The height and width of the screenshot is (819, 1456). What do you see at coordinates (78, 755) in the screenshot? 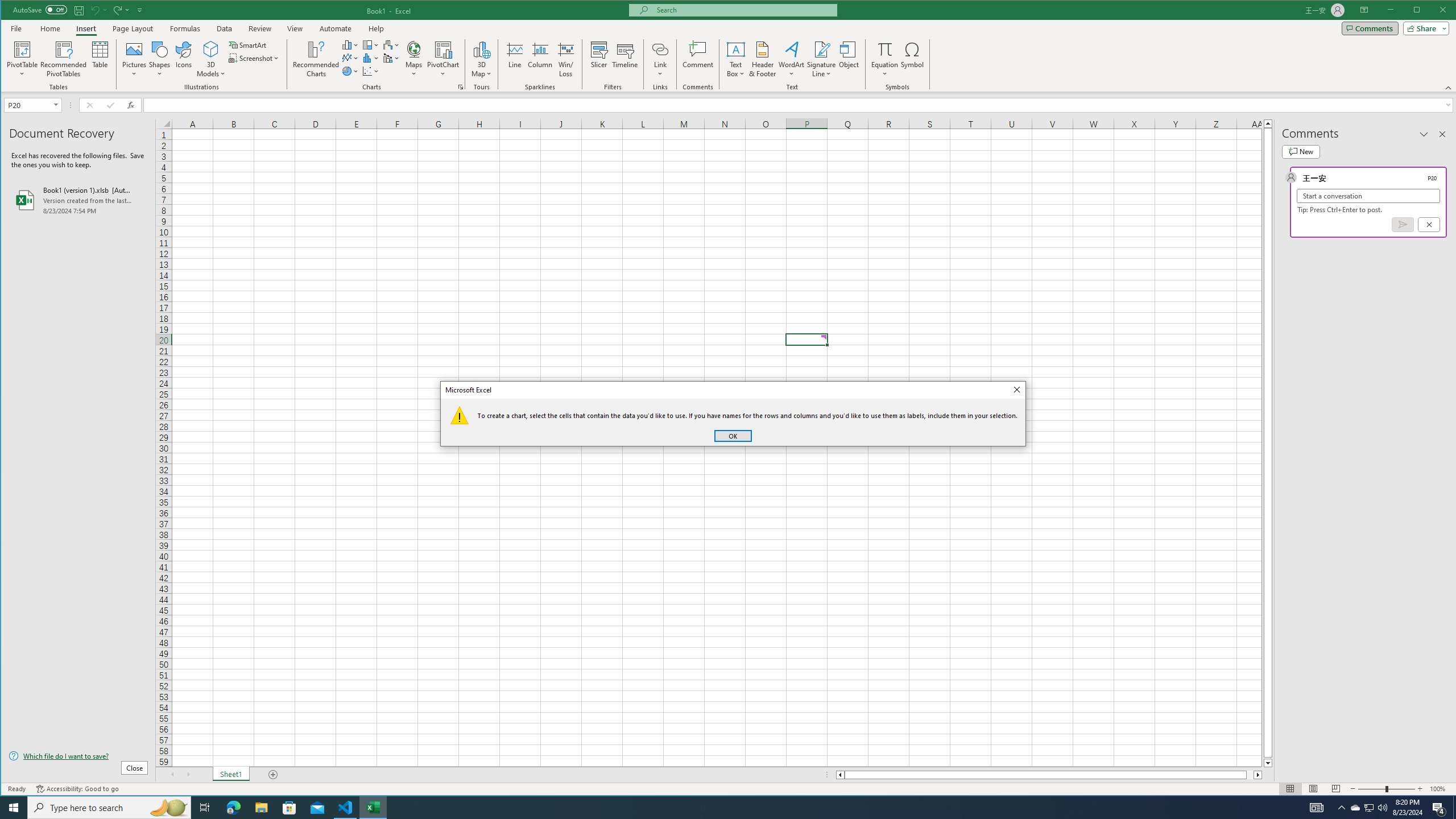
I see `'Which file do I want to save?'` at bounding box center [78, 755].